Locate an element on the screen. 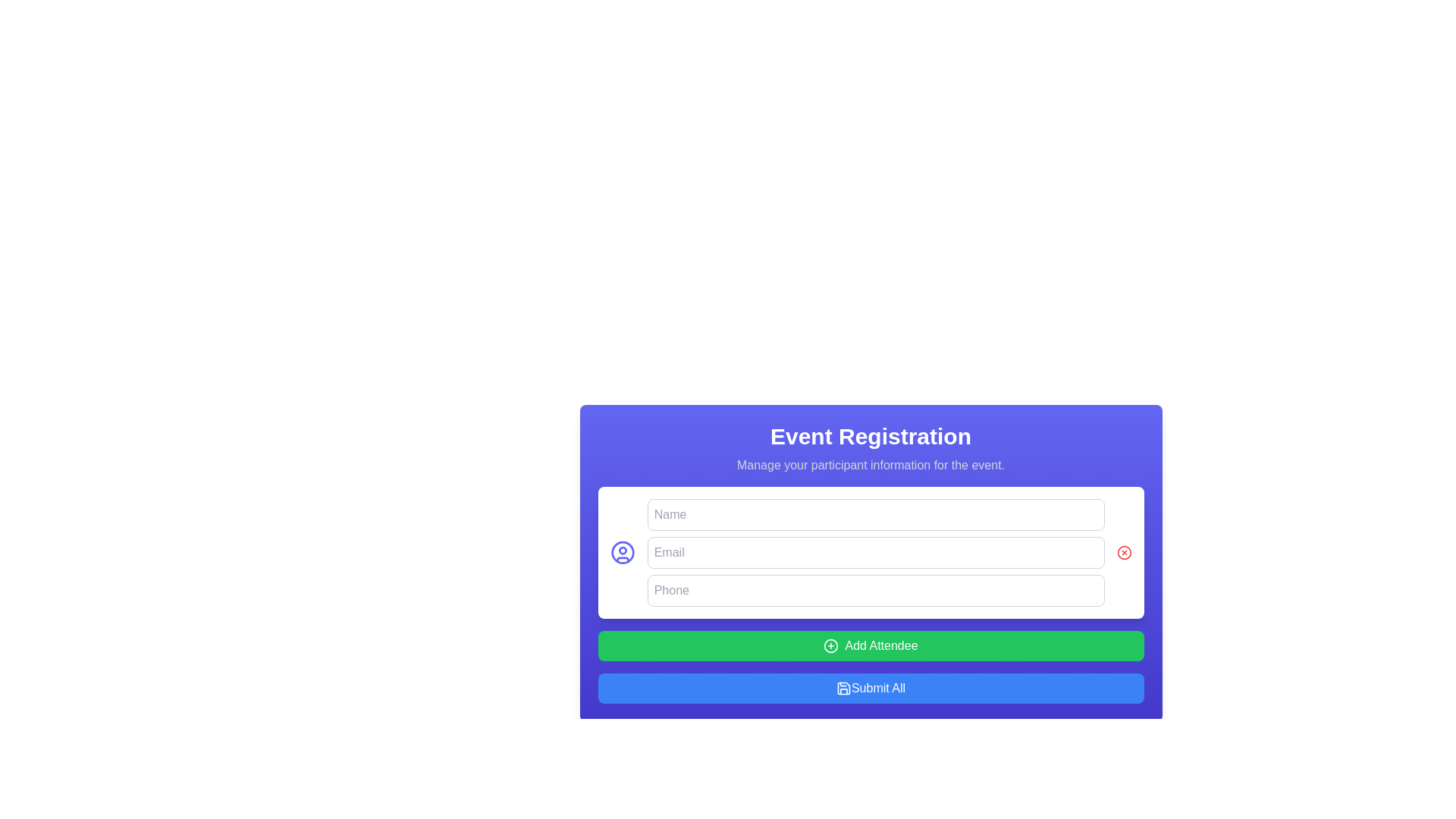  the text label within the green button that adds a new attendee to the event registration form is located at coordinates (881, 646).